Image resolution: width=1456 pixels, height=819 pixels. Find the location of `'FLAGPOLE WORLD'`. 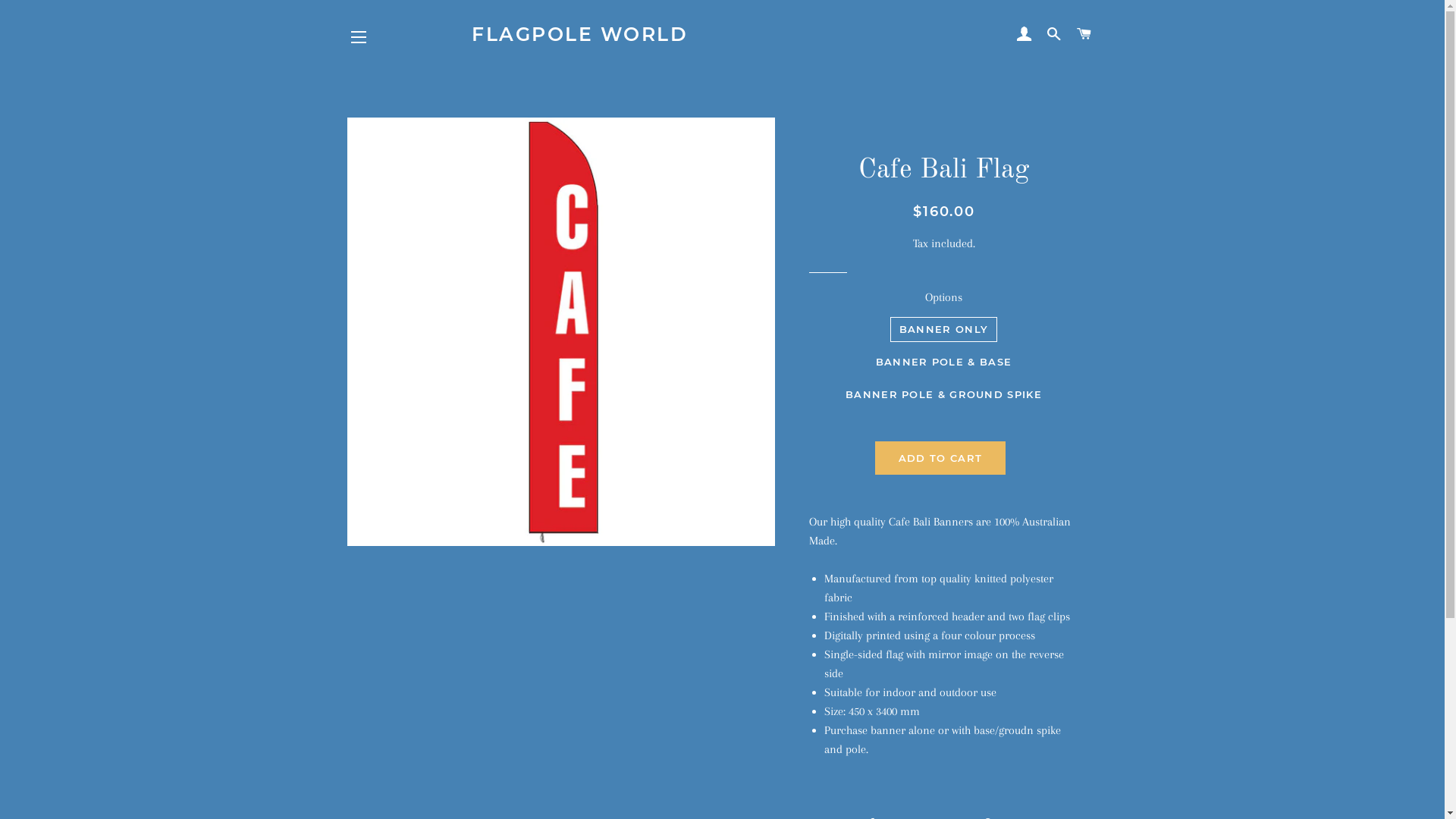

'FLAGPOLE WORLD' is located at coordinates (720, 34).